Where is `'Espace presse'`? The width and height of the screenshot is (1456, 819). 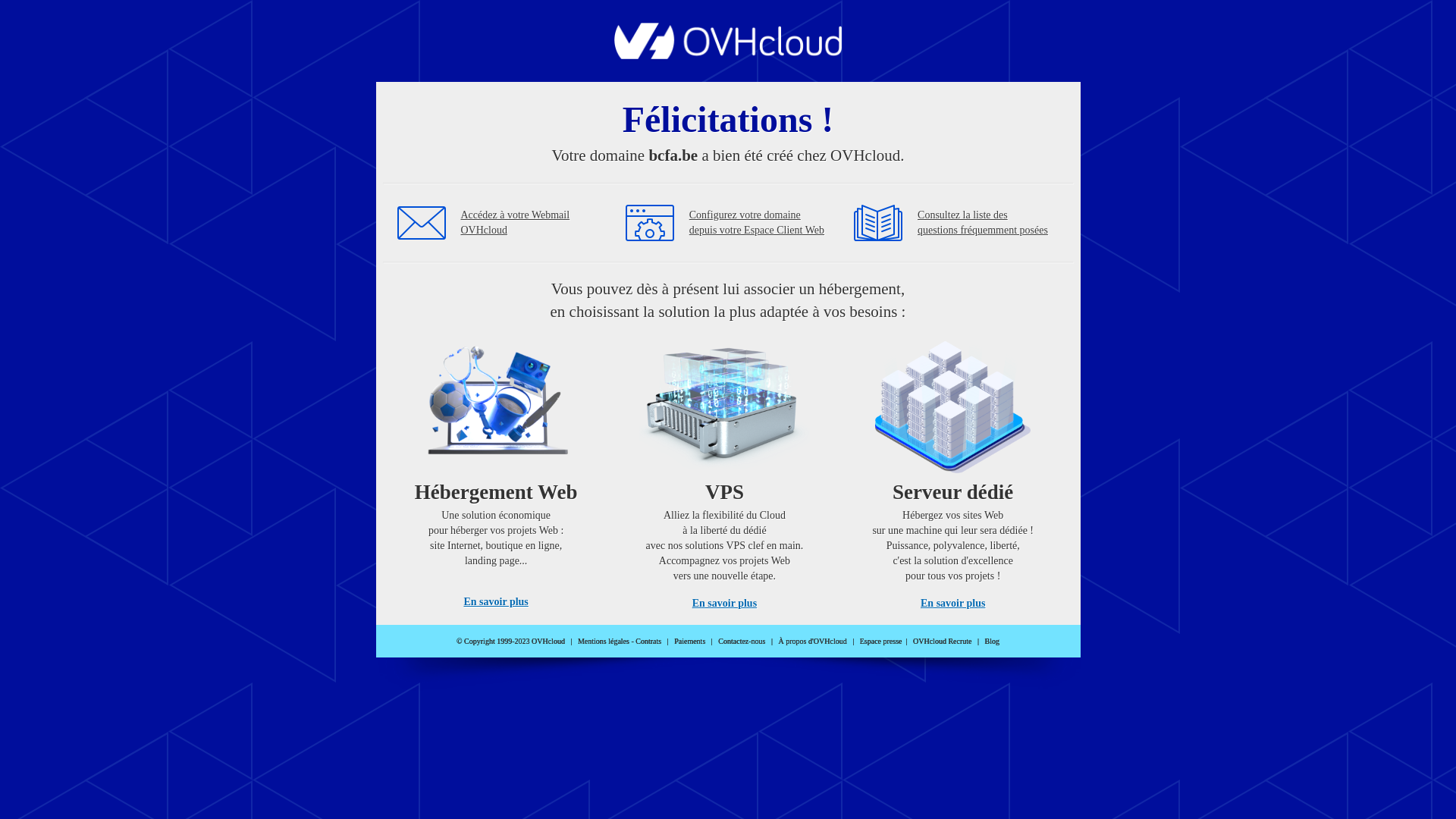
'Espace presse' is located at coordinates (880, 641).